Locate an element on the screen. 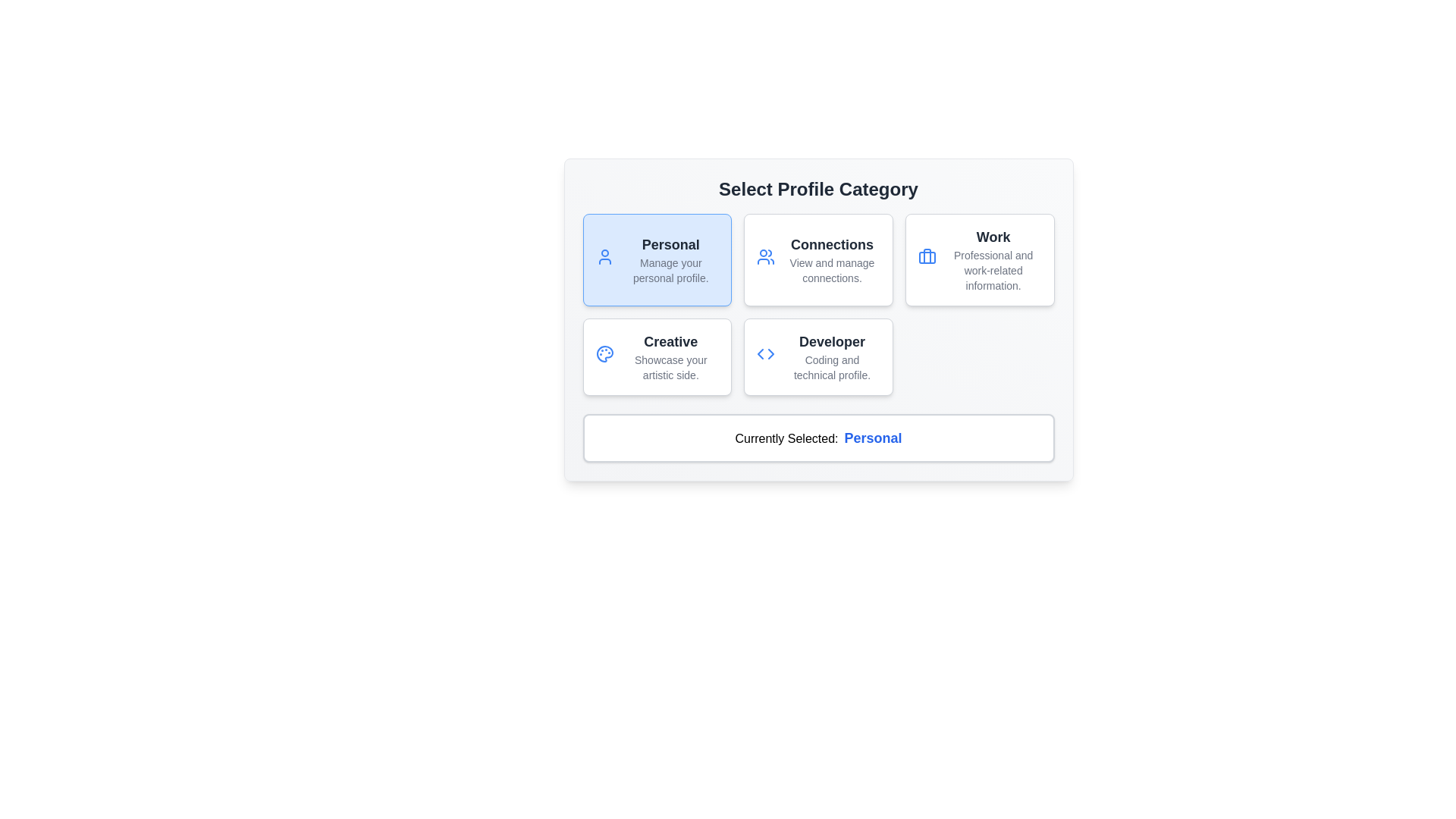  the second clickable card widget in the top row of the grid layout is located at coordinates (817, 259).